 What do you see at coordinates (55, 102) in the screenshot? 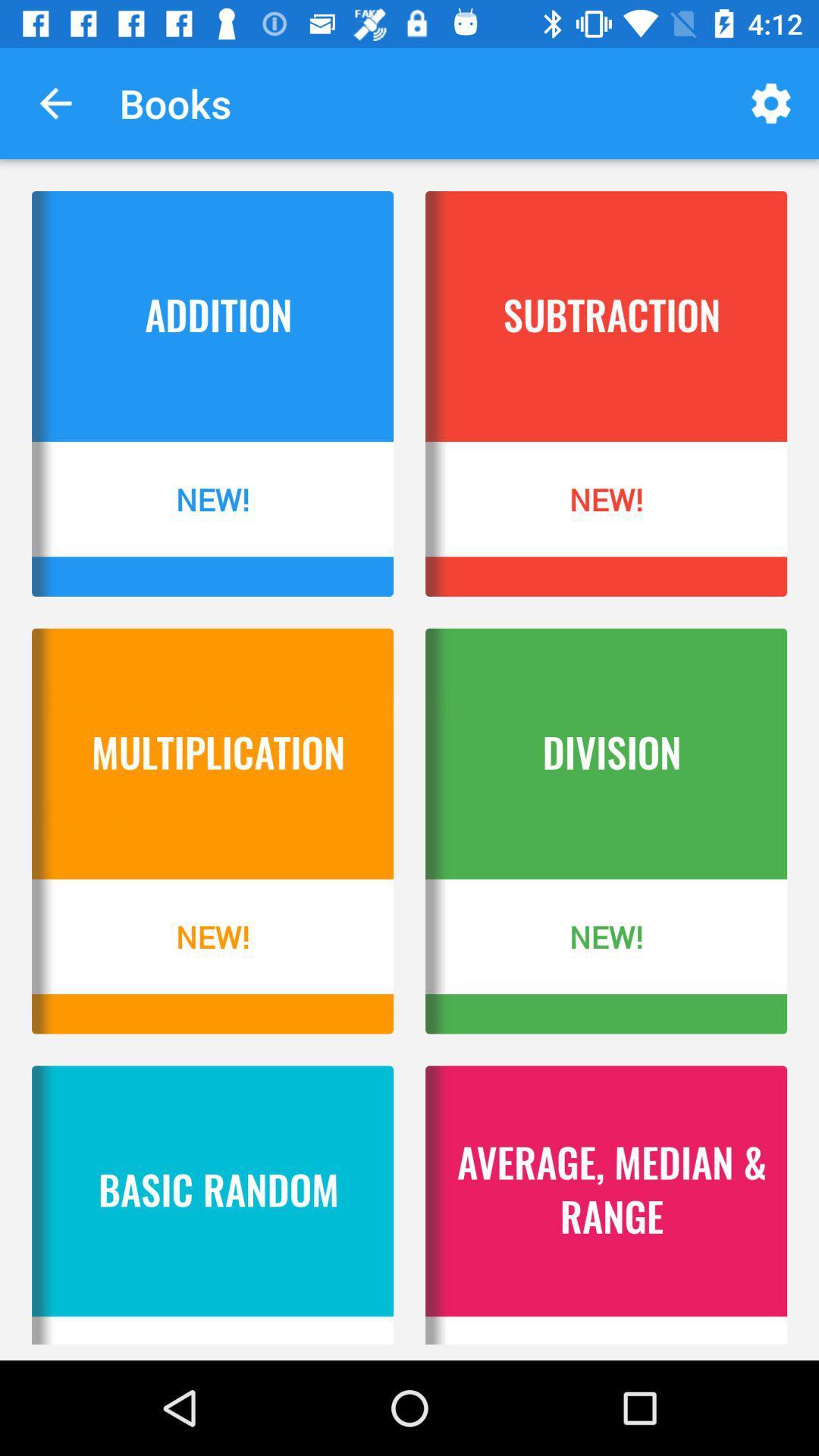
I see `the item to the left of books` at bounding box center [55, 102].